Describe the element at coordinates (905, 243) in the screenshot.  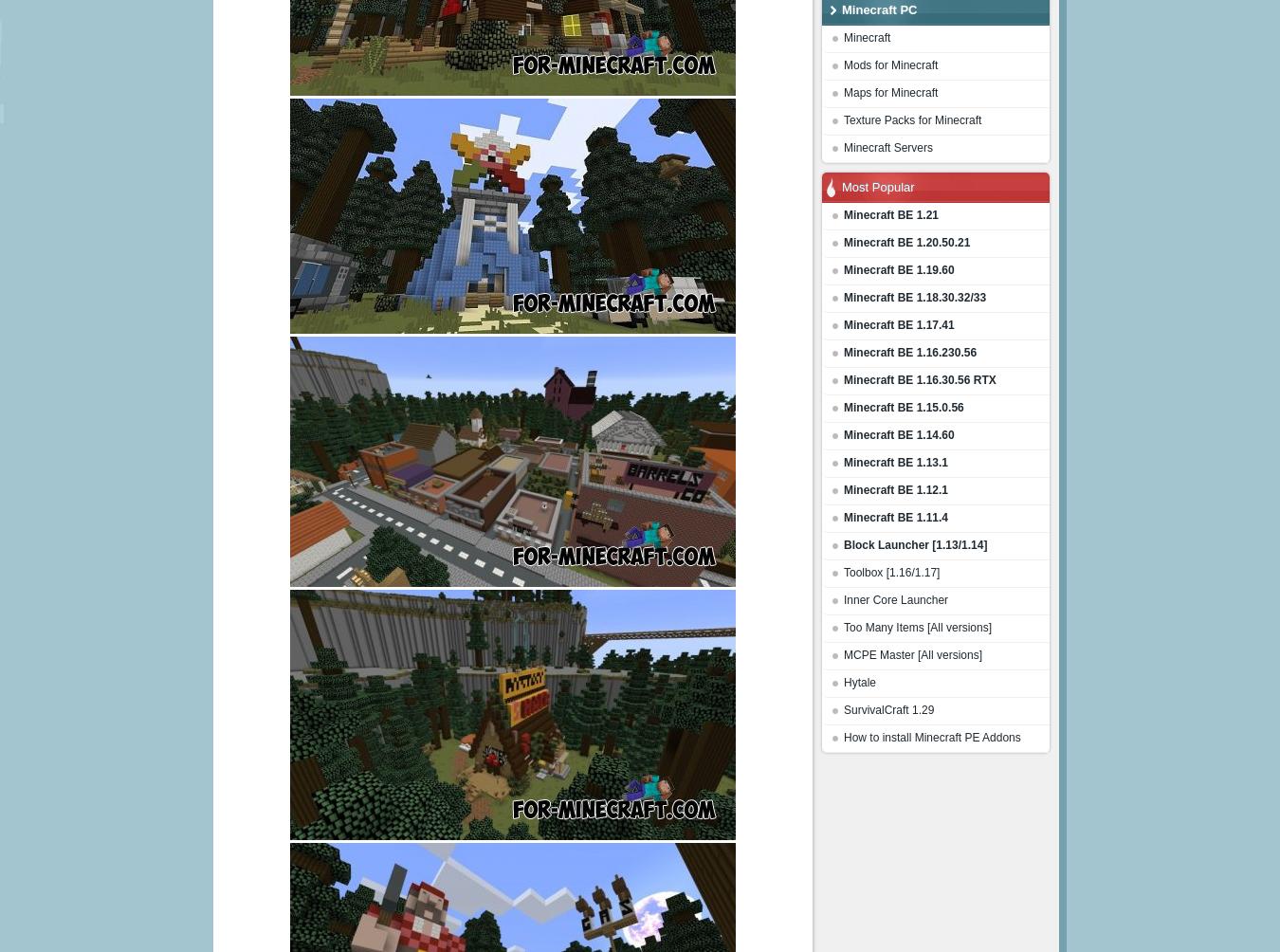
I see `'Minecraft BE 1.20.50.21'` at that location.